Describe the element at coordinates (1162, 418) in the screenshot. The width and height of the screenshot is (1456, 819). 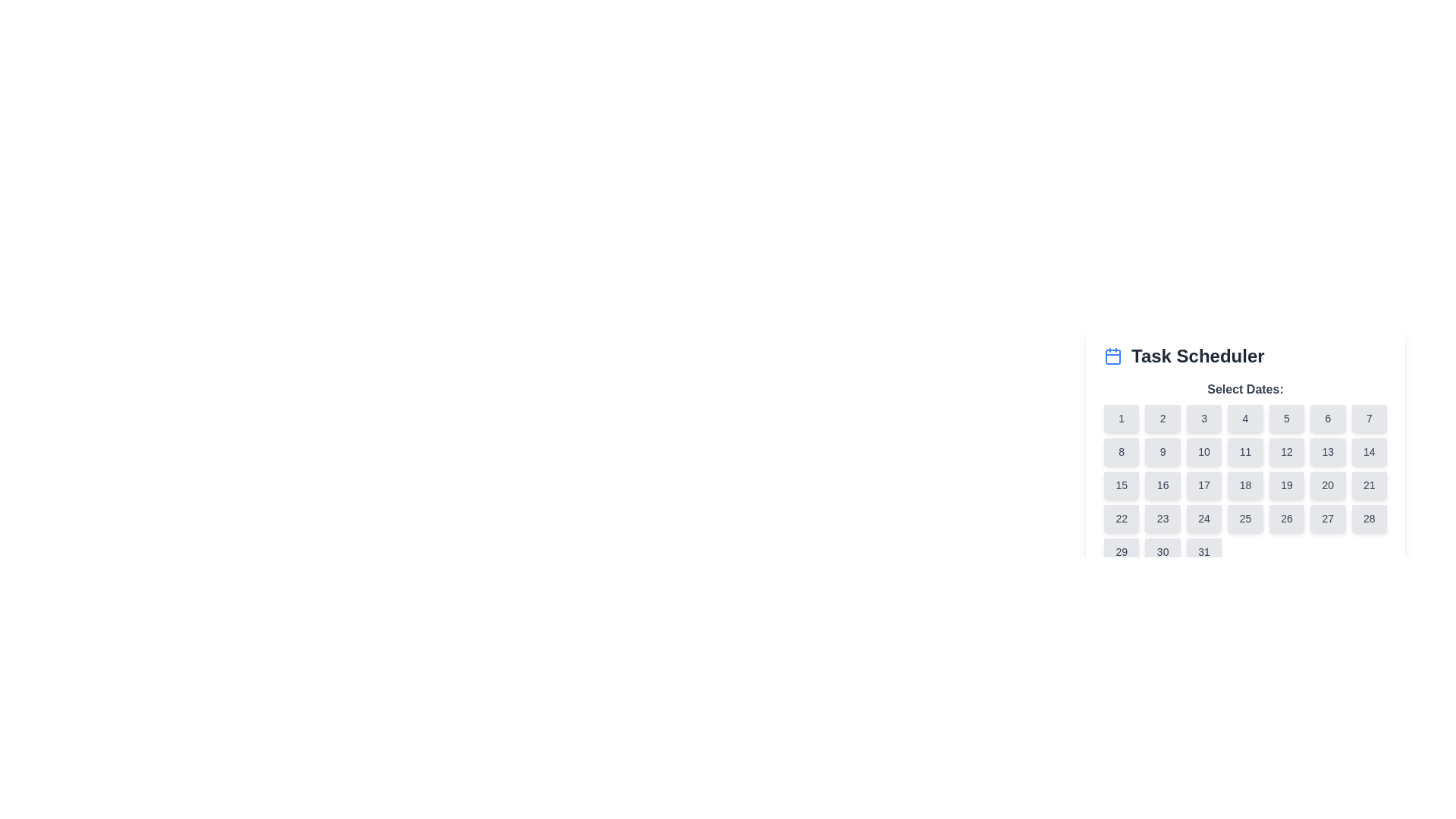
I see `the square button displaying the number '2' with a light gray background, located` at that location.